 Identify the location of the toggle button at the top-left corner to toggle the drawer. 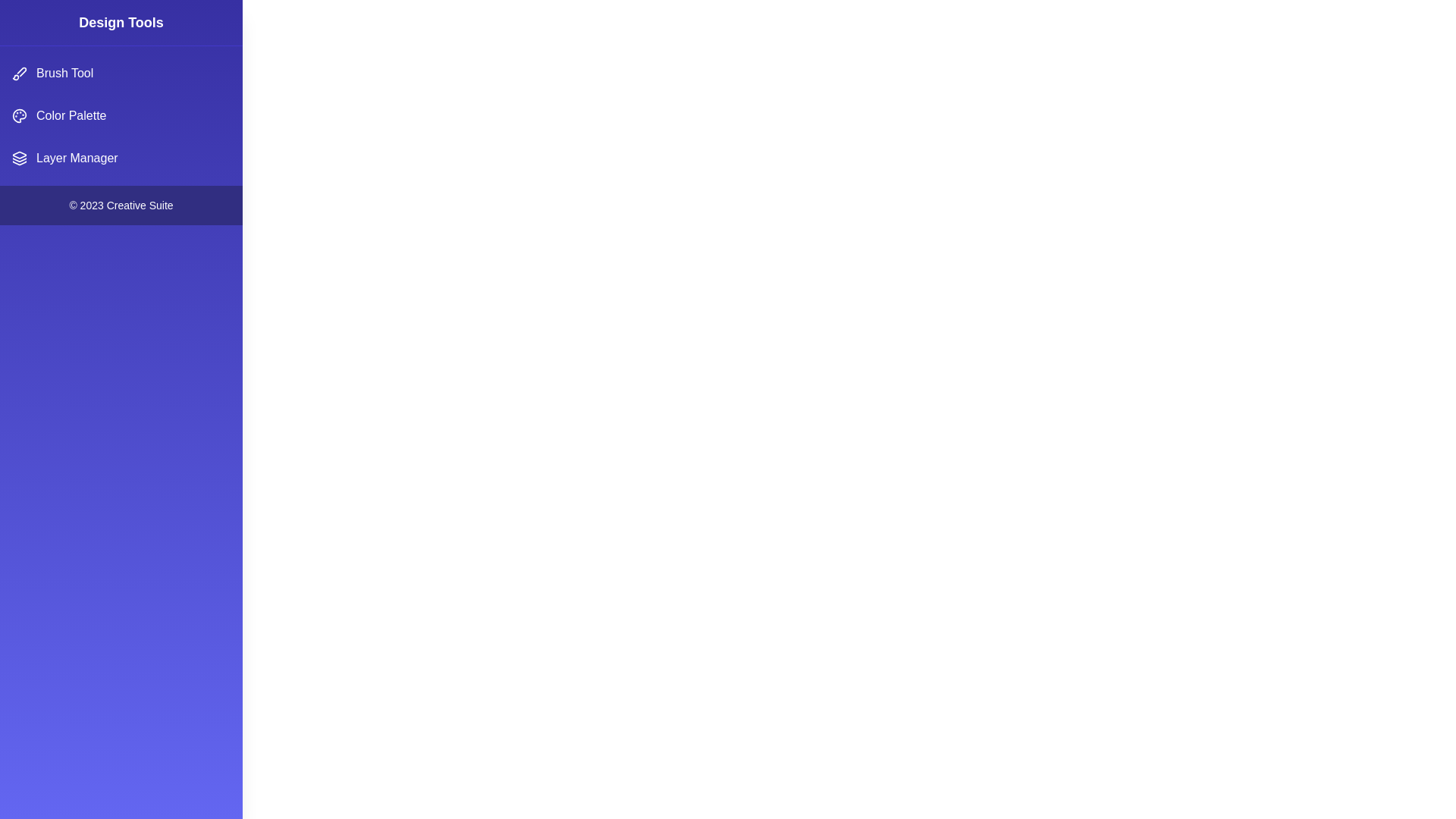
(30, 30).